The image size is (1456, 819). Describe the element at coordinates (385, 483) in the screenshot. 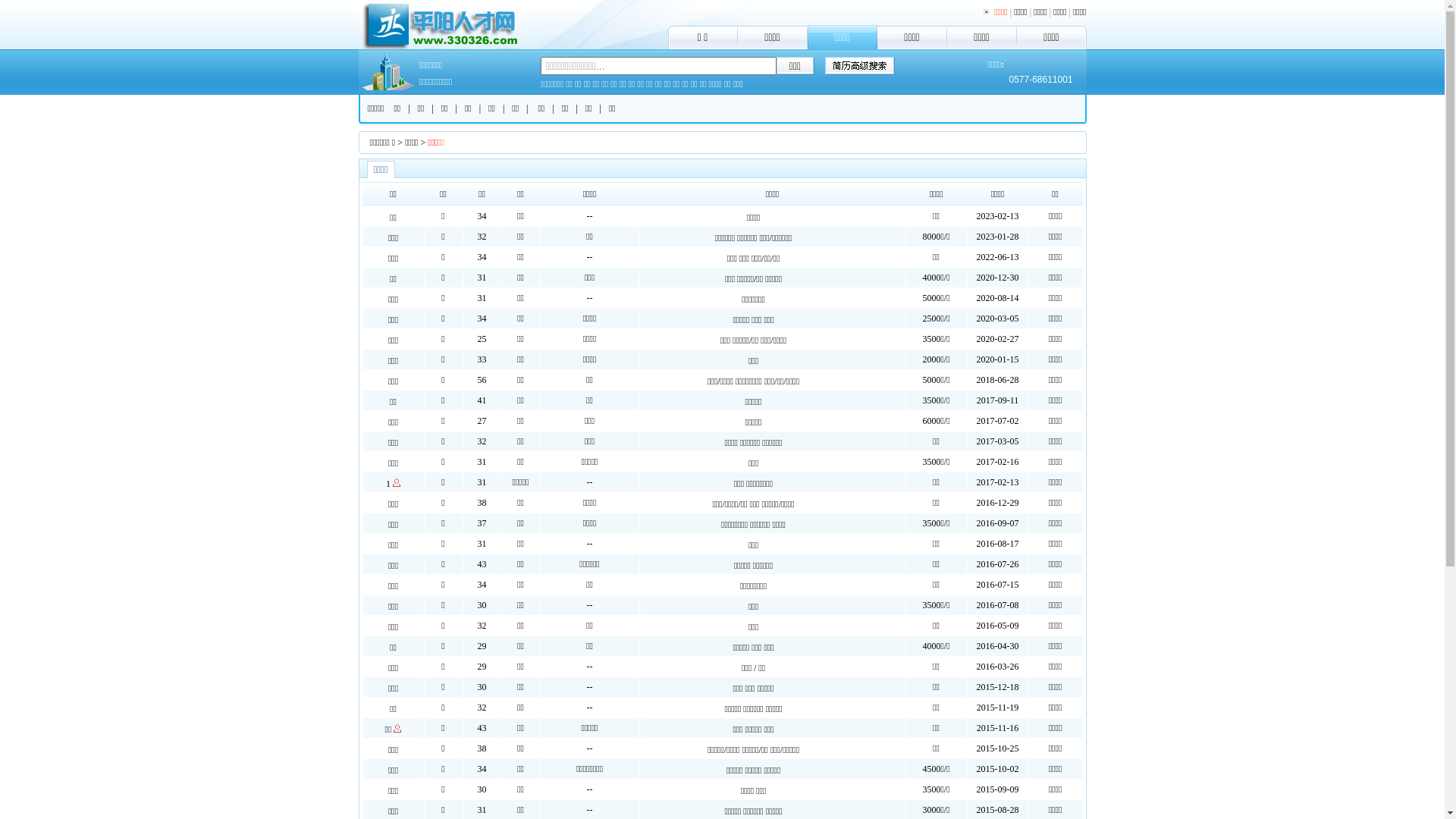

I see `'1'` at that location.